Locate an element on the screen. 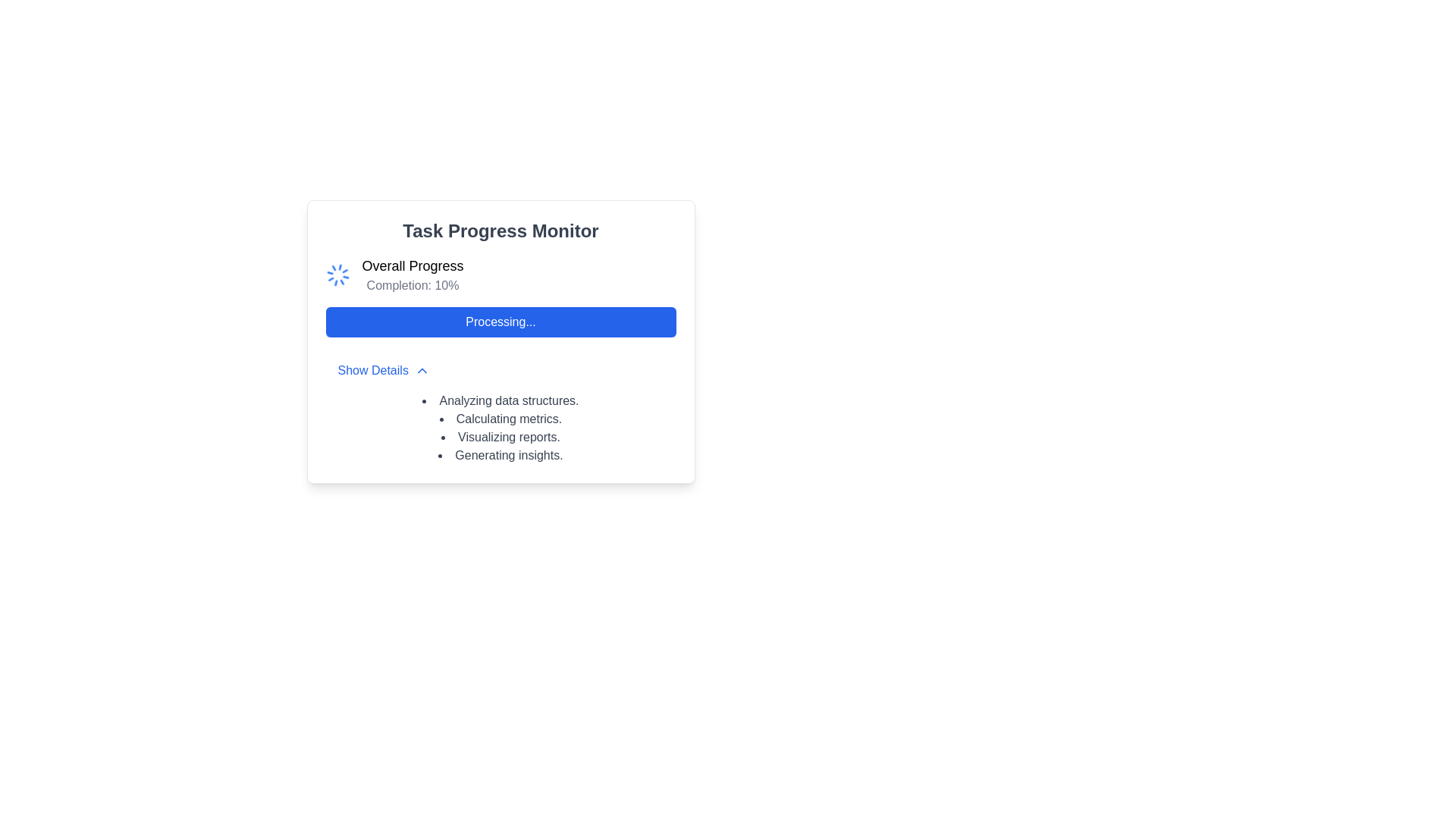 The image size is (1456, 819). the blue text link labeled 'Show Details' with a downward-pointing arrow icon is located at coordinates (384, 371).